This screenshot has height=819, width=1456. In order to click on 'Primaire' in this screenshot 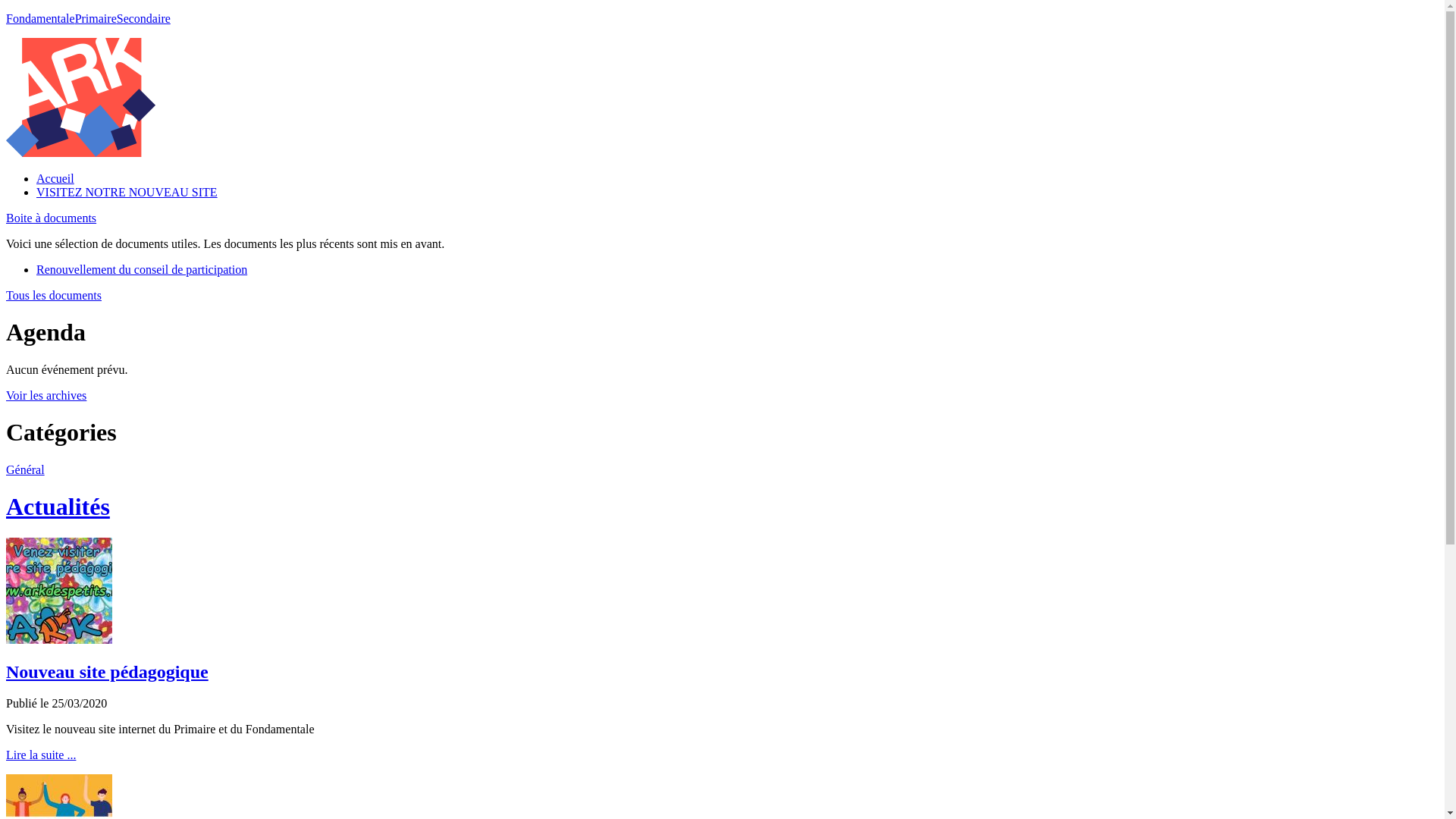, I will do `click(95, 18)`.